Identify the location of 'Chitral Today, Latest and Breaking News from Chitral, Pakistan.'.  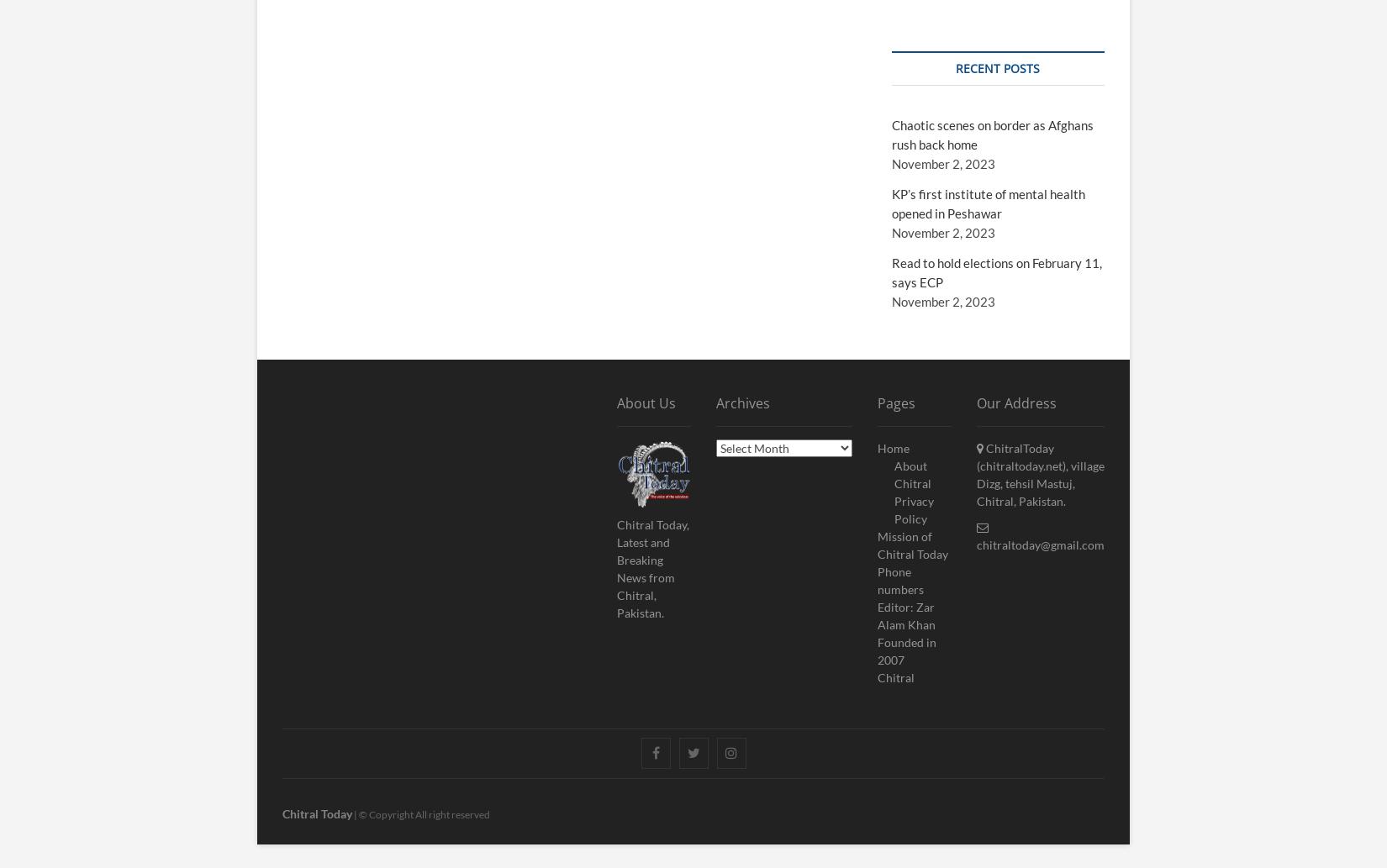
(651, 566).